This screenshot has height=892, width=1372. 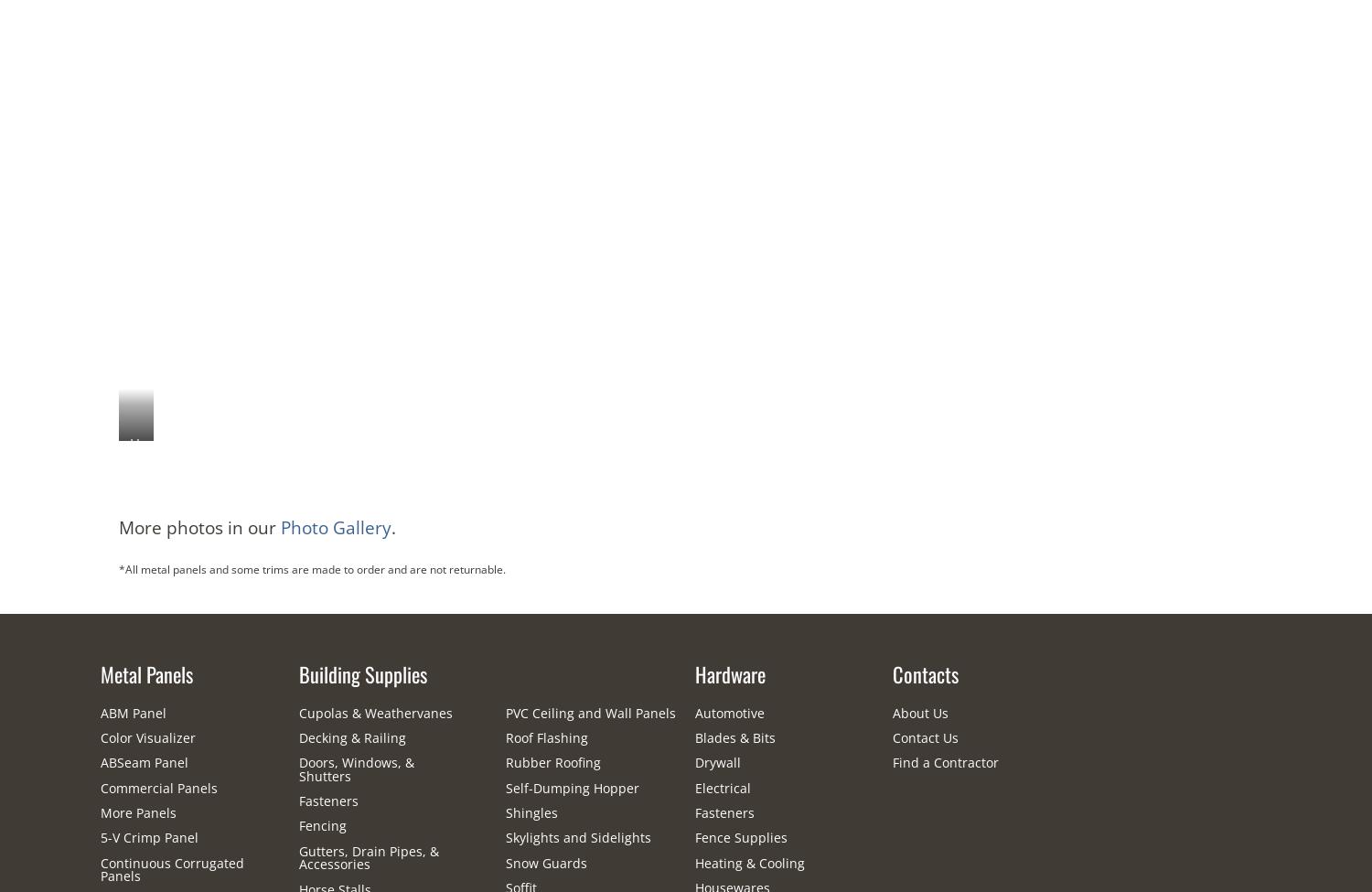 I want to click on 'House with Textured Charcoal ABM Panel', so click(x=156, y=512).